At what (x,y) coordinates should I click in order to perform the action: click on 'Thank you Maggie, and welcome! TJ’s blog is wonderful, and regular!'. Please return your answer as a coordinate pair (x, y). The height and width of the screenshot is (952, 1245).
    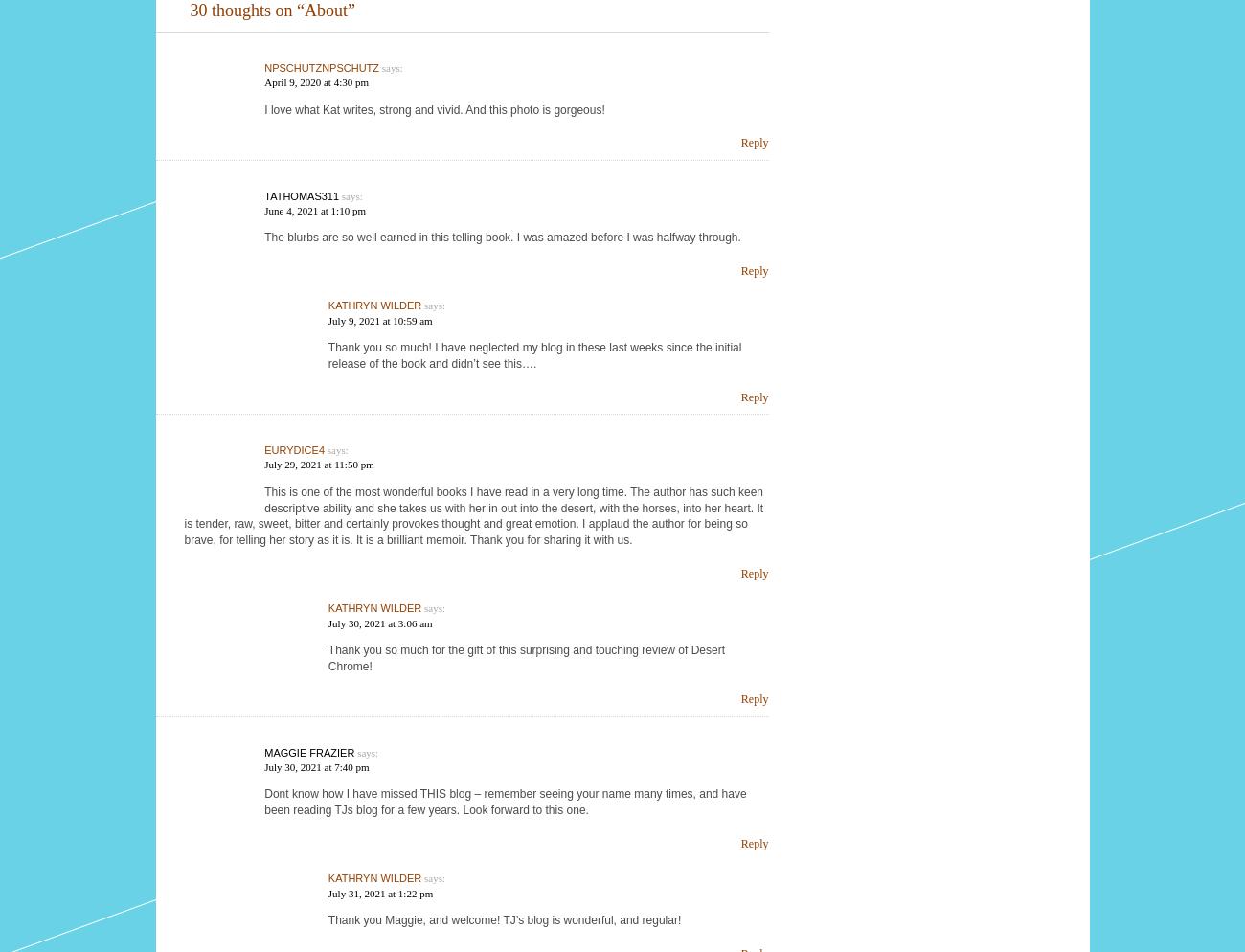
    Looking at the image, I should click on (504, 918).